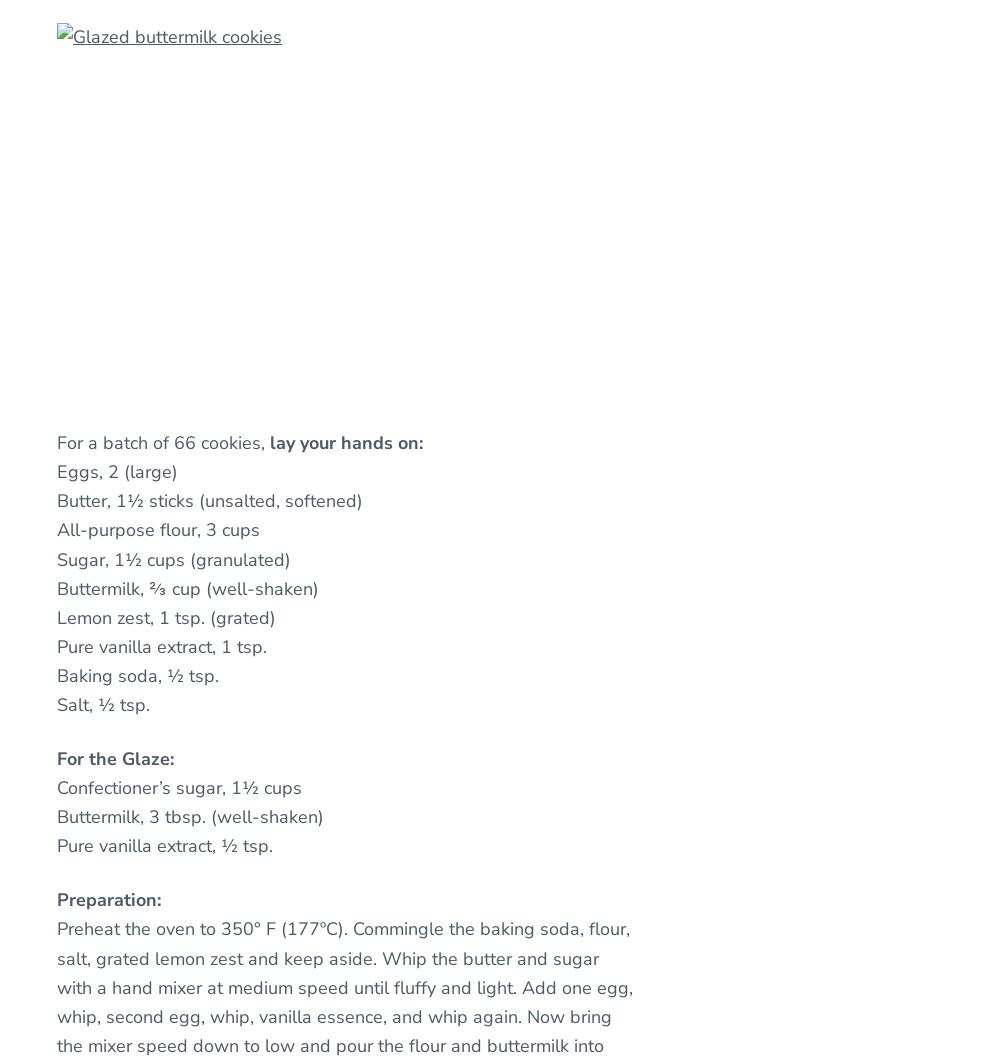  I want to click on 'Lemon zest, 1 tsp. (grated)', so click(166, 615).